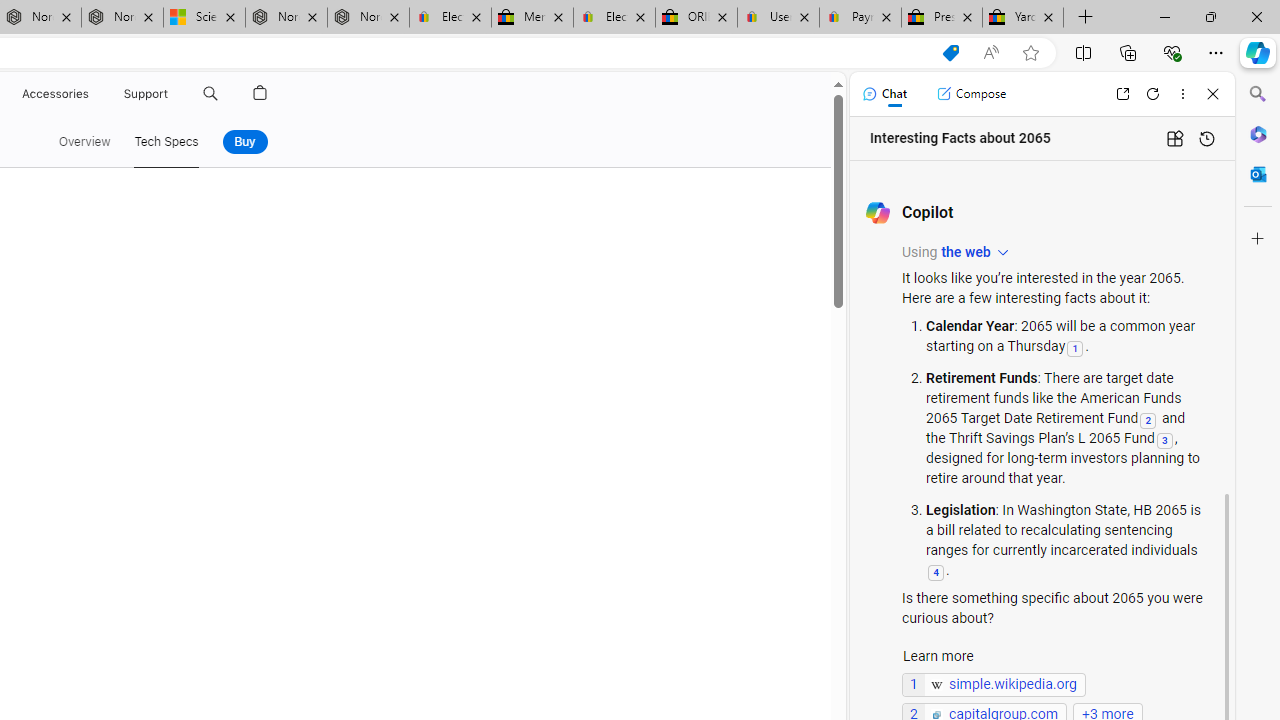 The height and width of the screenshot is (720, 1280). I want to click on 'Support menu', so click(172, 93).